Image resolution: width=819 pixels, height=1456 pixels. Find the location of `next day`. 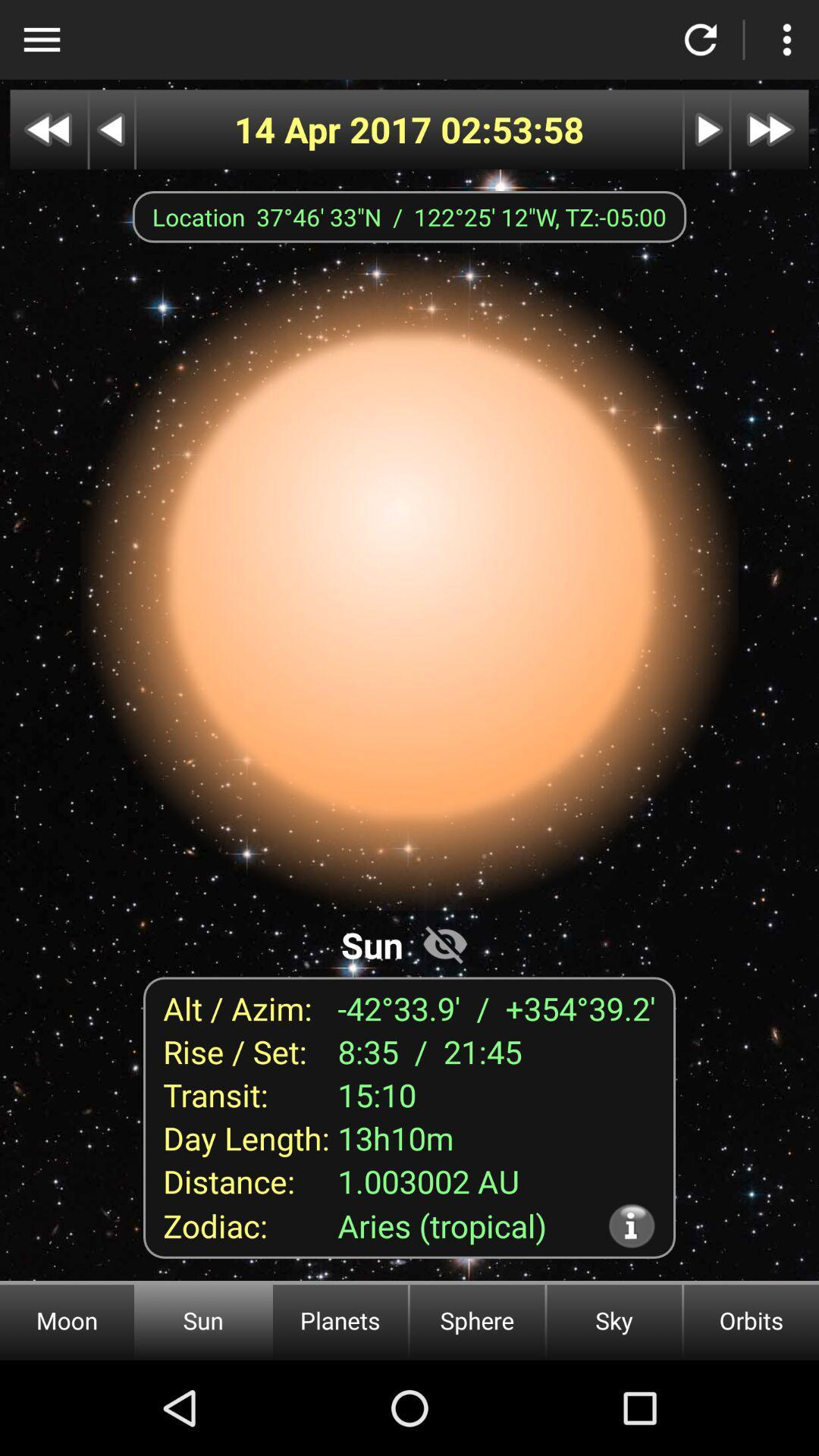

next day is located at coordinates (707, 130).